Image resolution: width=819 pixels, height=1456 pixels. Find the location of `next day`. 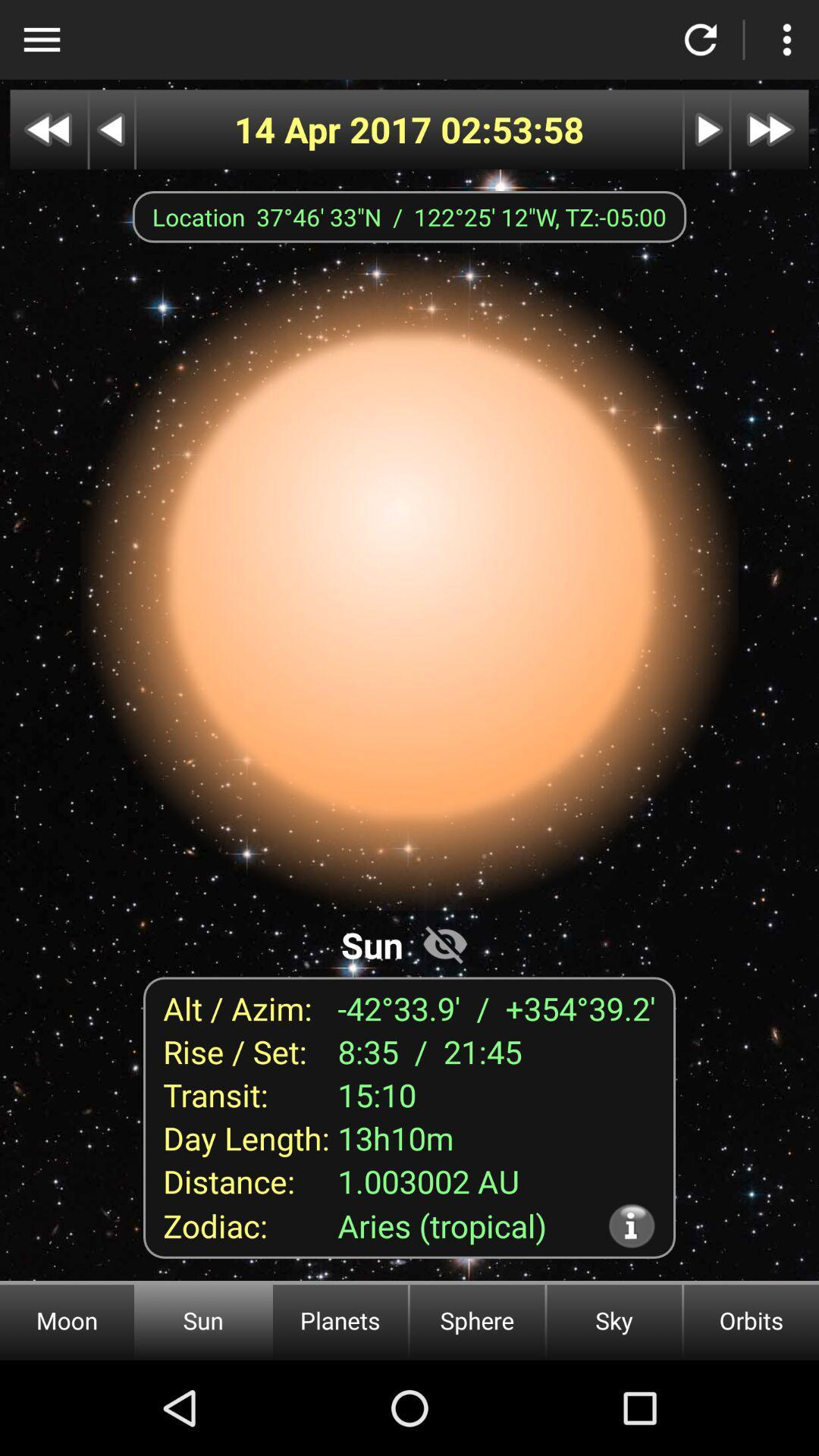

next day is located at coordinates (707, 130).